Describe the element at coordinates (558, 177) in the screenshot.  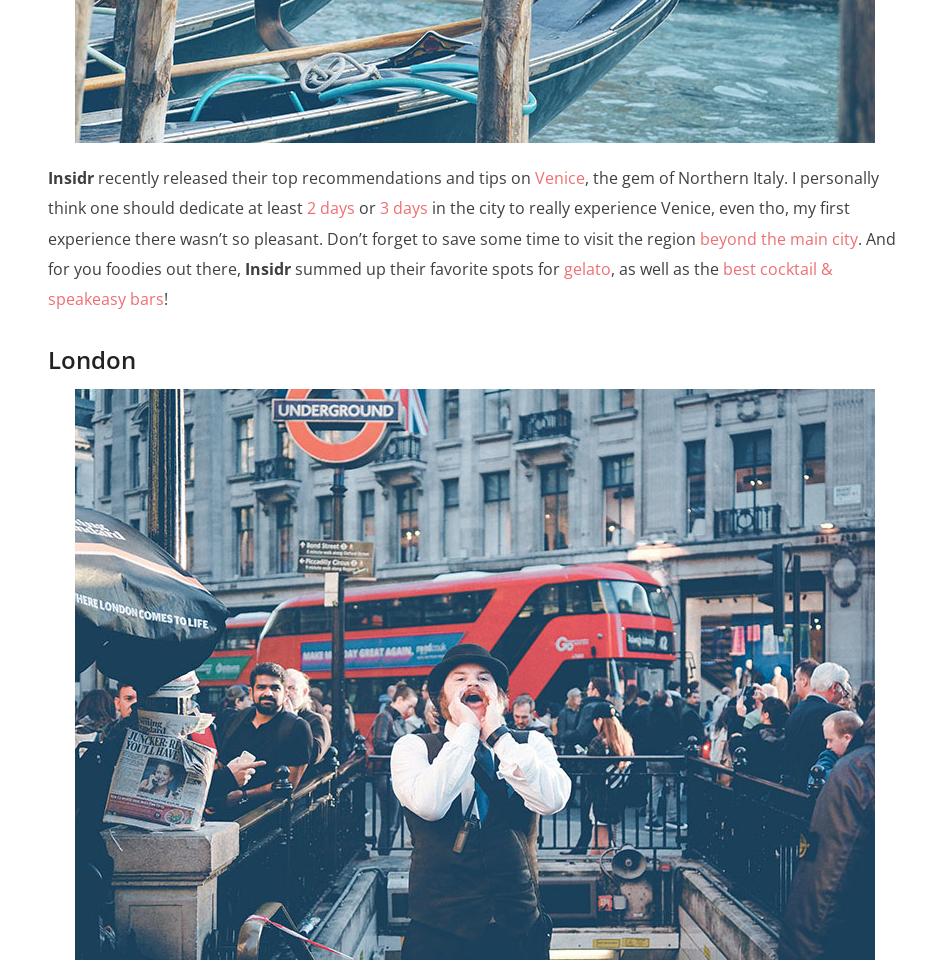
I see `'Venice'` at that location.